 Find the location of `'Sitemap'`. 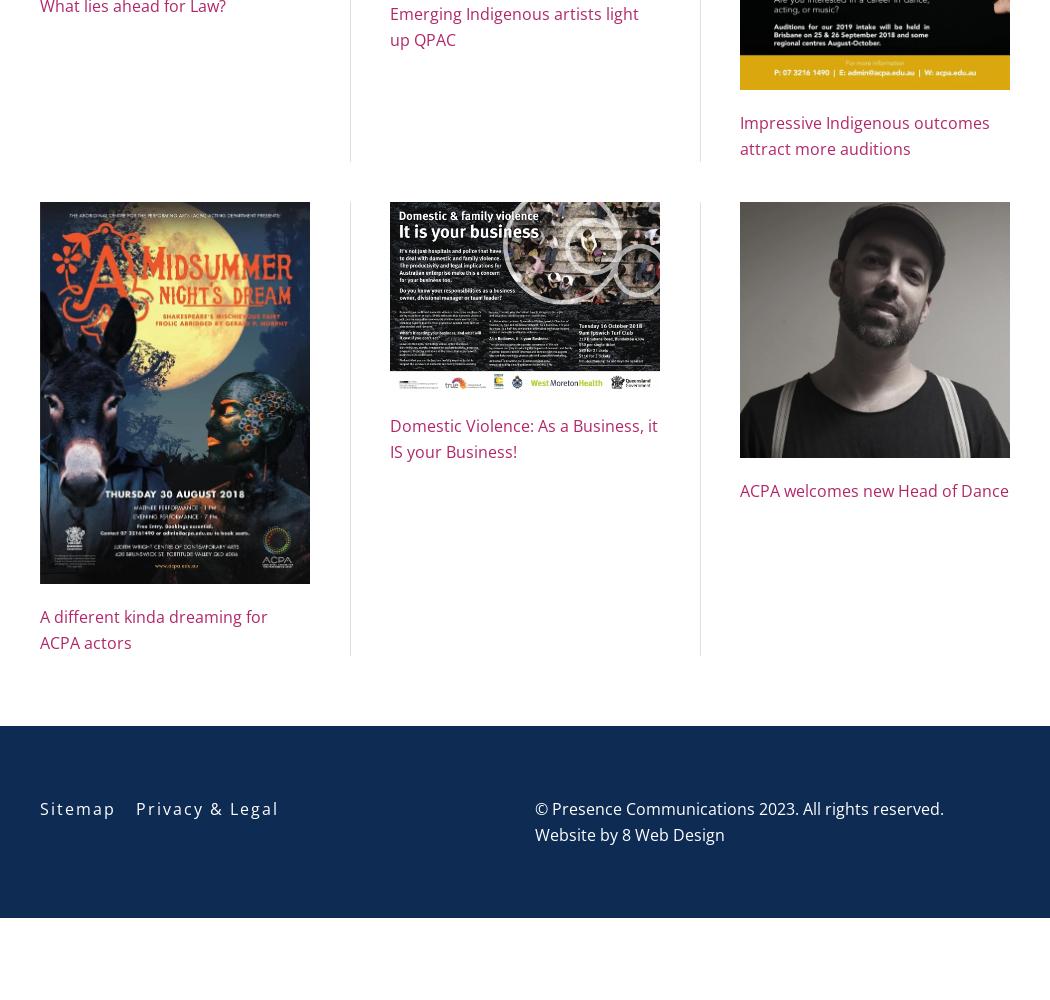

'Sitemap' is located at coordinates (78, 808).